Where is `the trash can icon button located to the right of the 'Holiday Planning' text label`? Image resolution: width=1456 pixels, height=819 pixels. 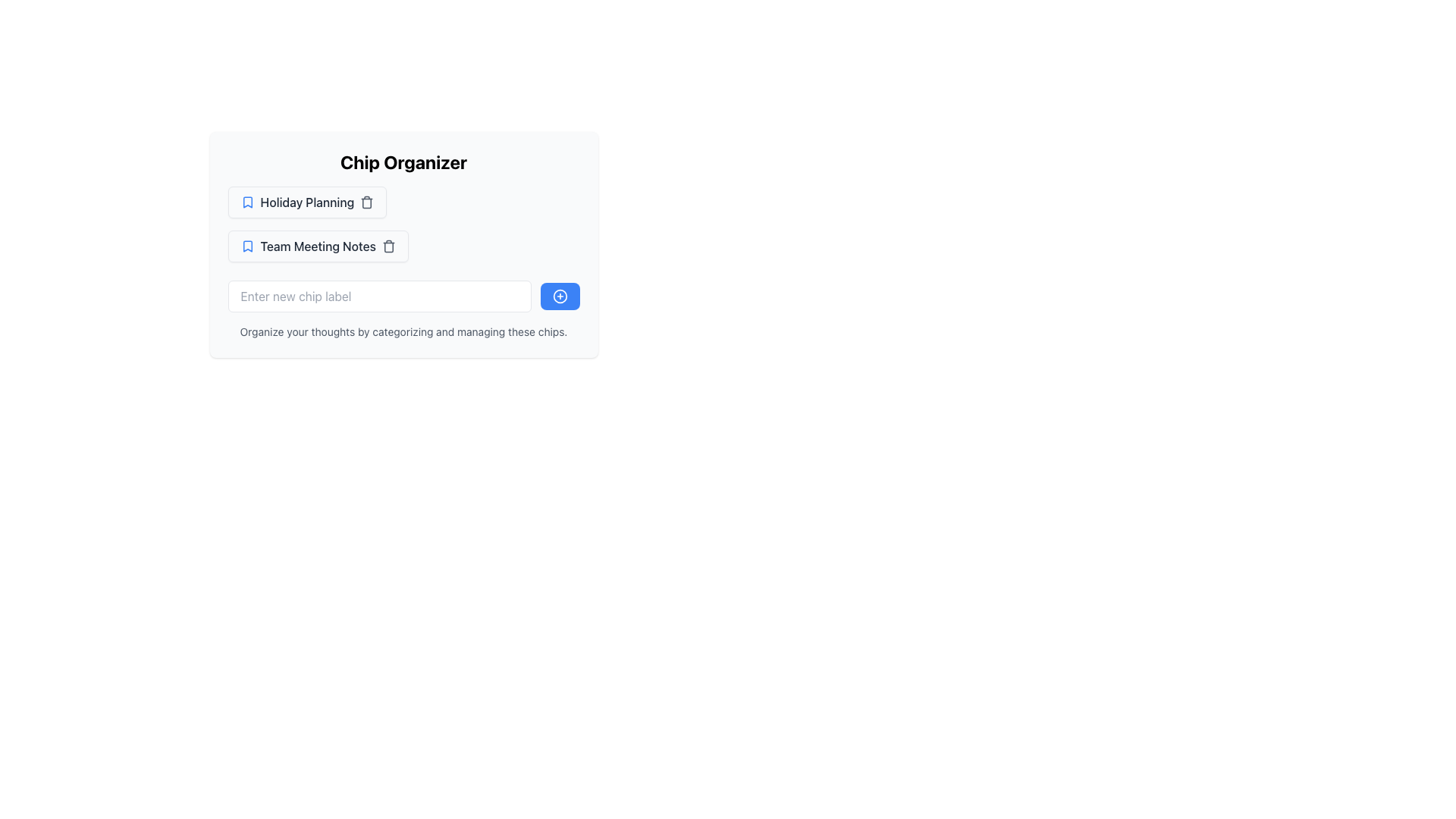
the trash can icon button located to the right of the 'Holiday Planning' text label is located at coordinates (367, 201).